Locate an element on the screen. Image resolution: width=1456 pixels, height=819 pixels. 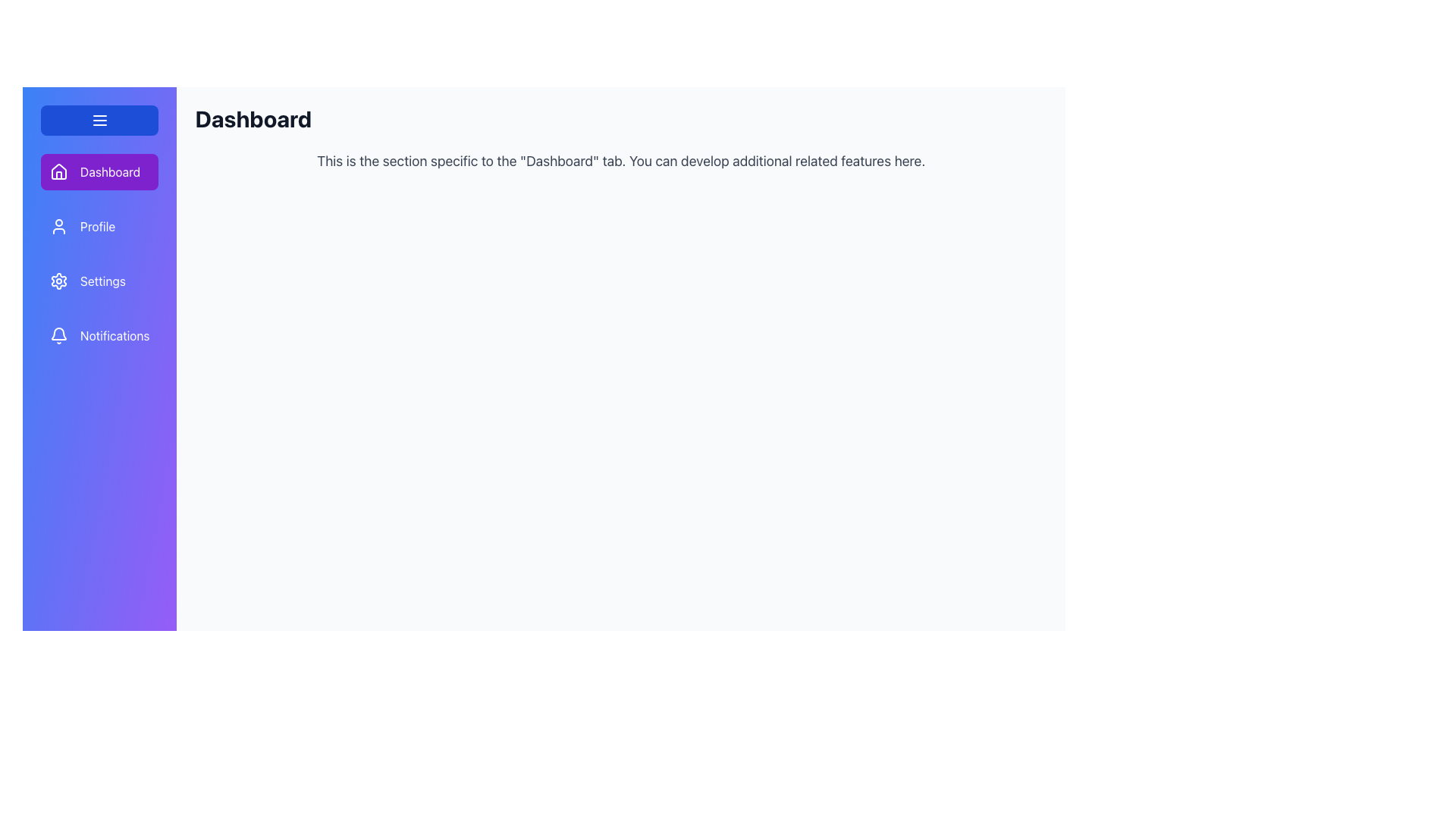
the cogwheel-shaped settings icon located in the left vertical navigation bar, which is the third option from the top is located at coordinates (58, 281).